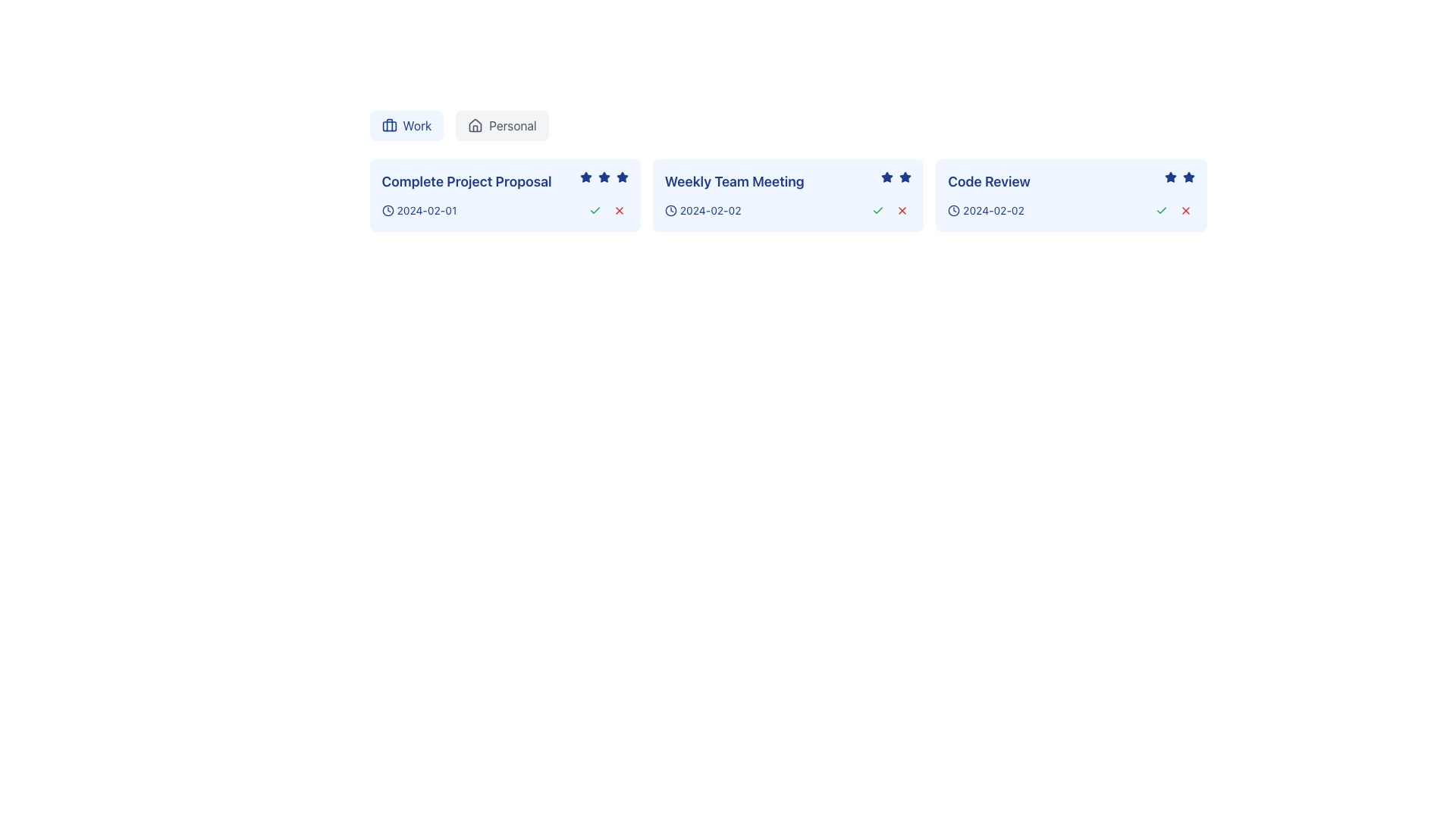  Describe the element at coordinates (622, 177) in the screenshot. I see `the fifth star-shaped icon with a blue fill, which serves as a selection or highlight indicator, in a horizontal alignment of similar icons` at that location.